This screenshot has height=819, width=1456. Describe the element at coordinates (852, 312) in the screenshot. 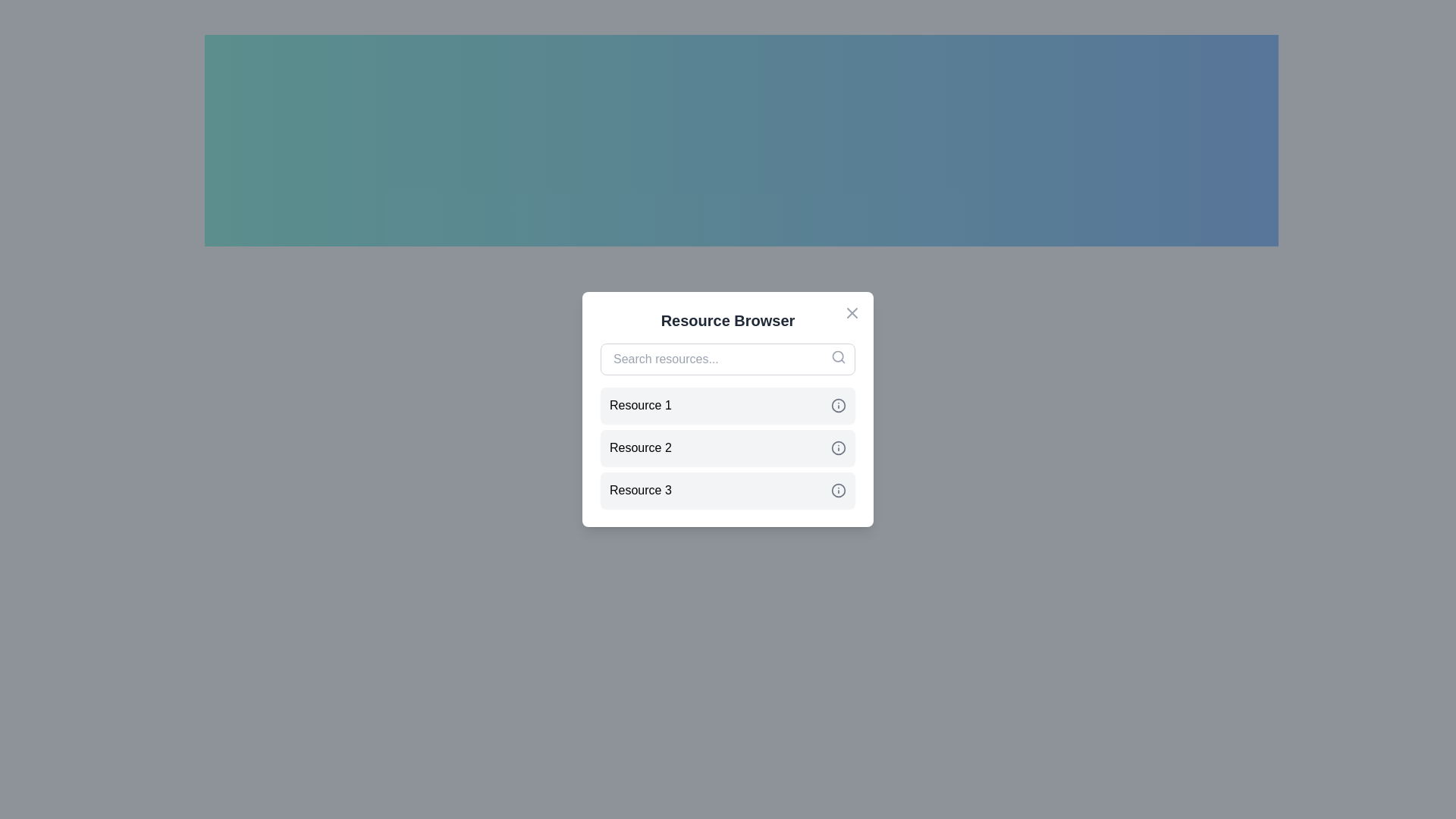

I see `the close button, styled as an 'X' icon, located at the top-right corner of the dialog box` at that location.